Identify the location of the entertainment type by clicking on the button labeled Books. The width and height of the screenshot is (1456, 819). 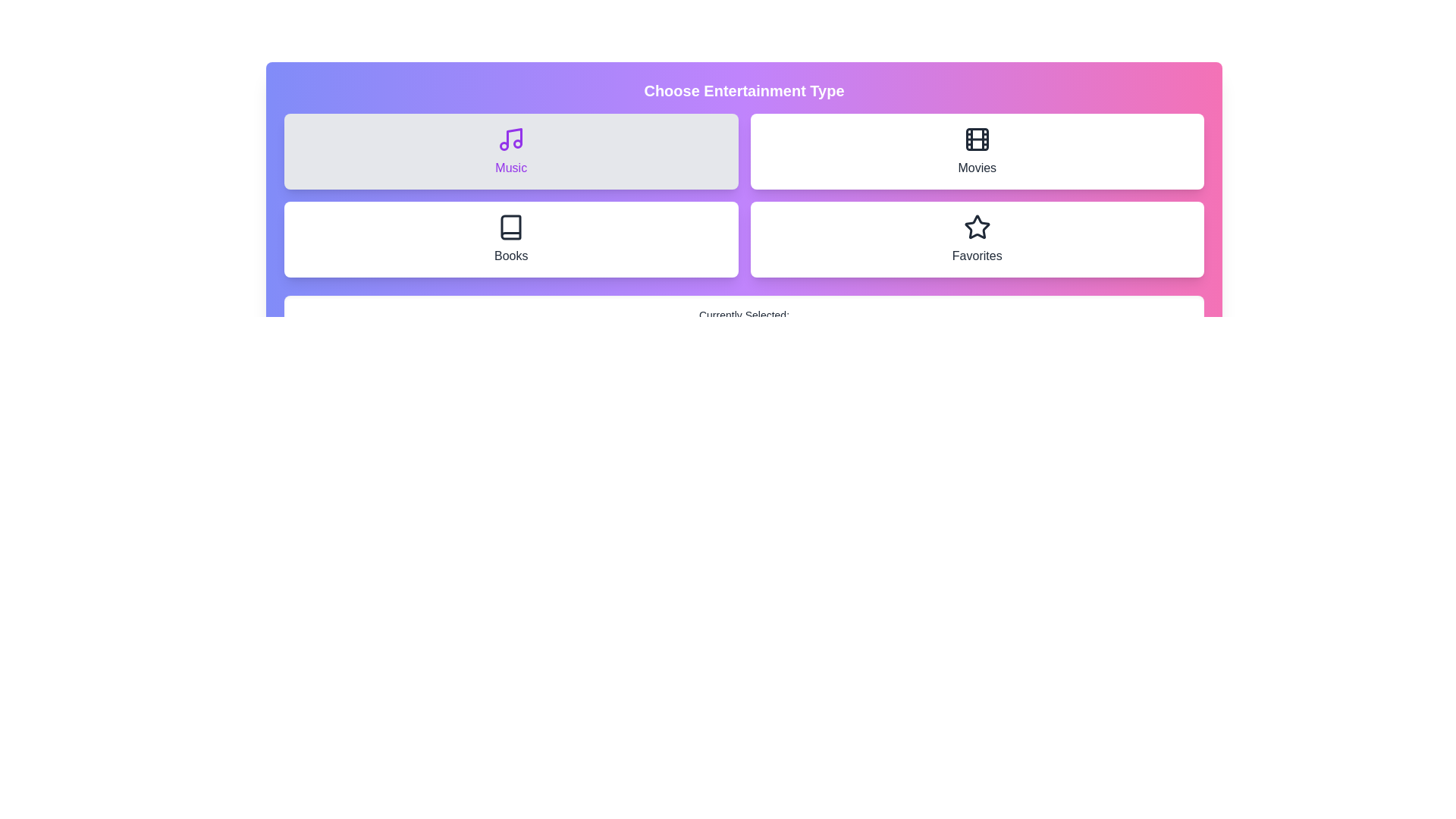
(511, 239).